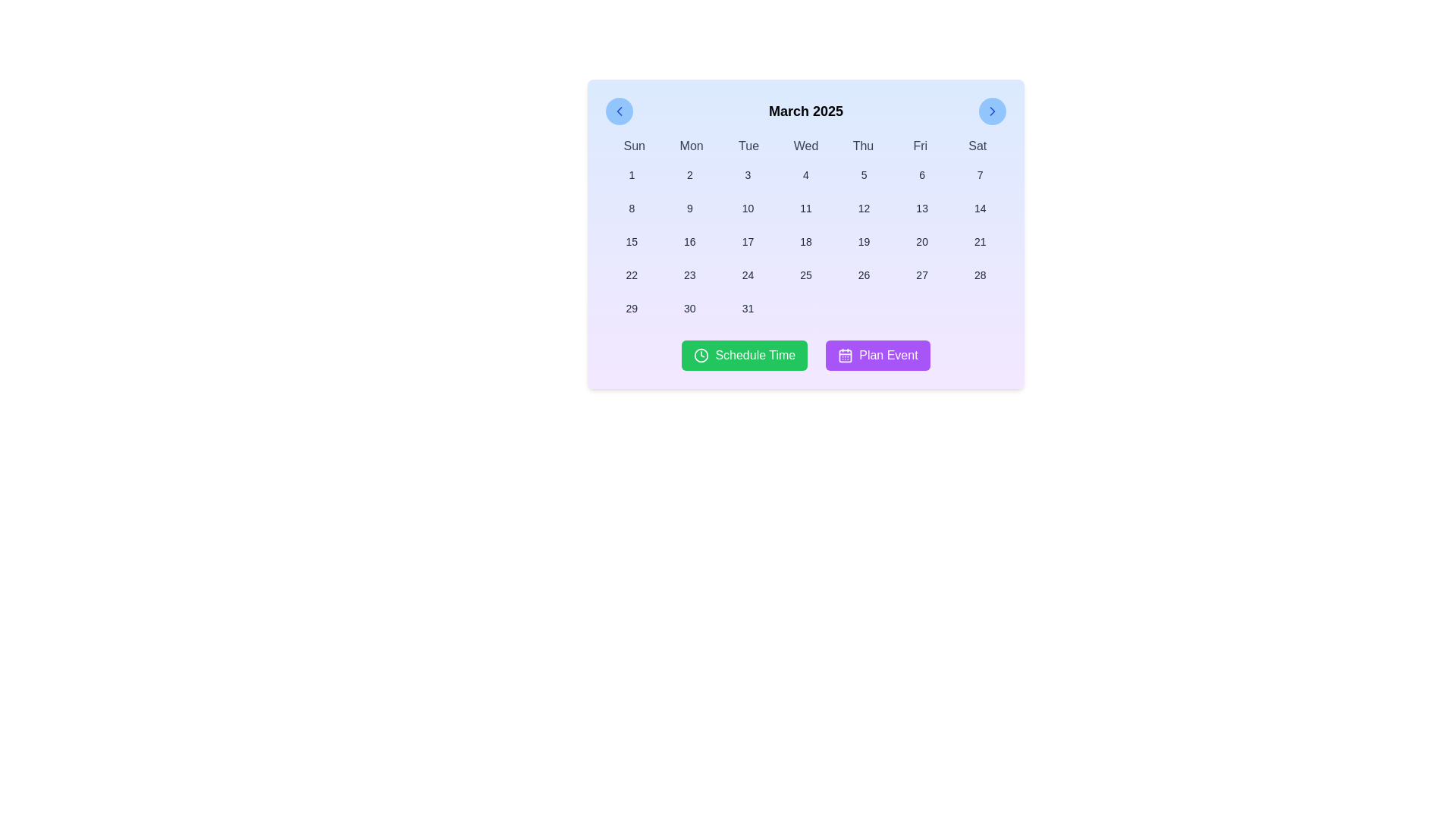 Image resolution: width=1456 pixels, height=819 pixels. I want to click on the date selector button for '25', so click(805, 275).